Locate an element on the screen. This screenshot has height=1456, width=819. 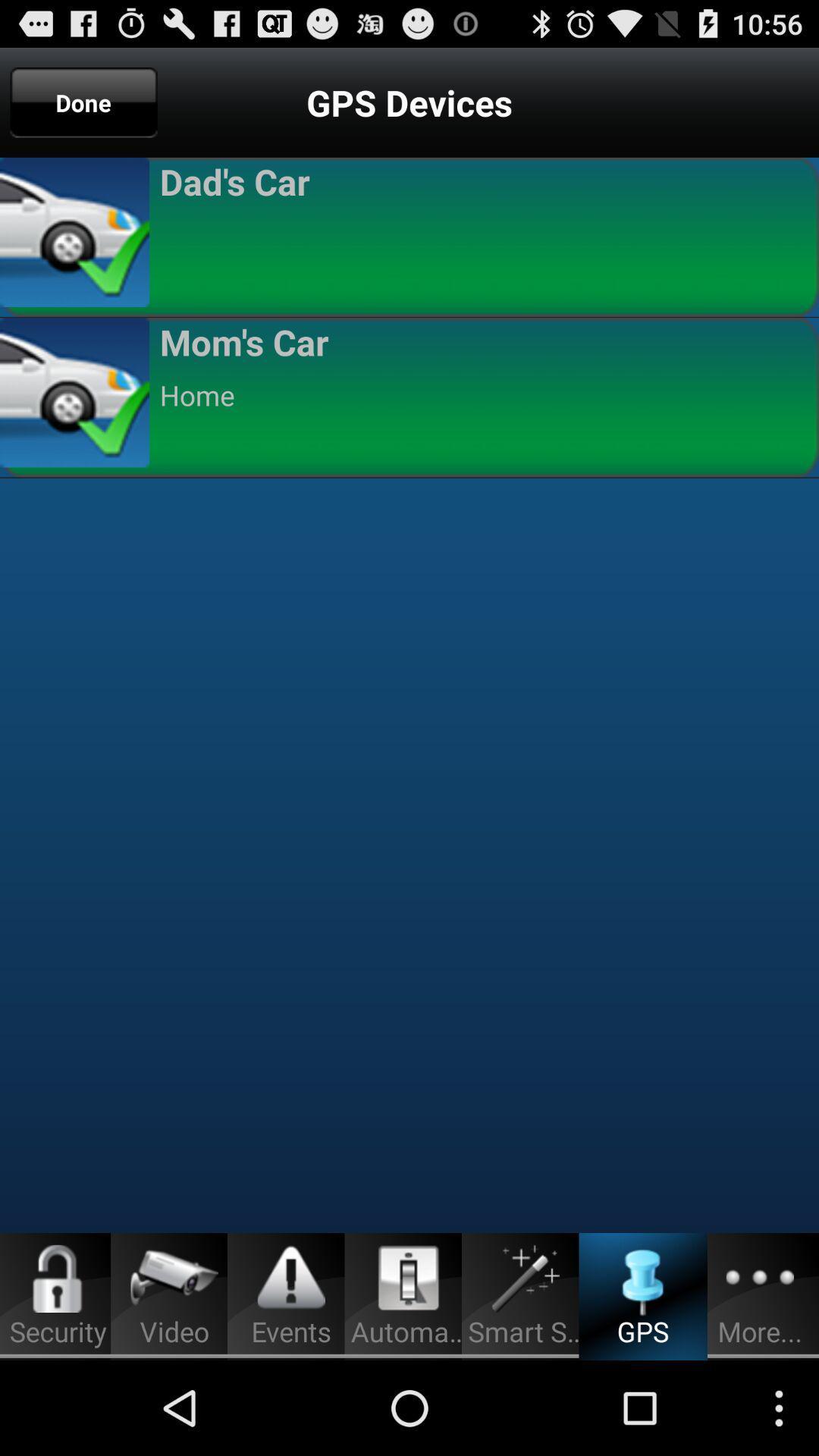
the item next to gps devices icon is located at coordinates (83, 102).